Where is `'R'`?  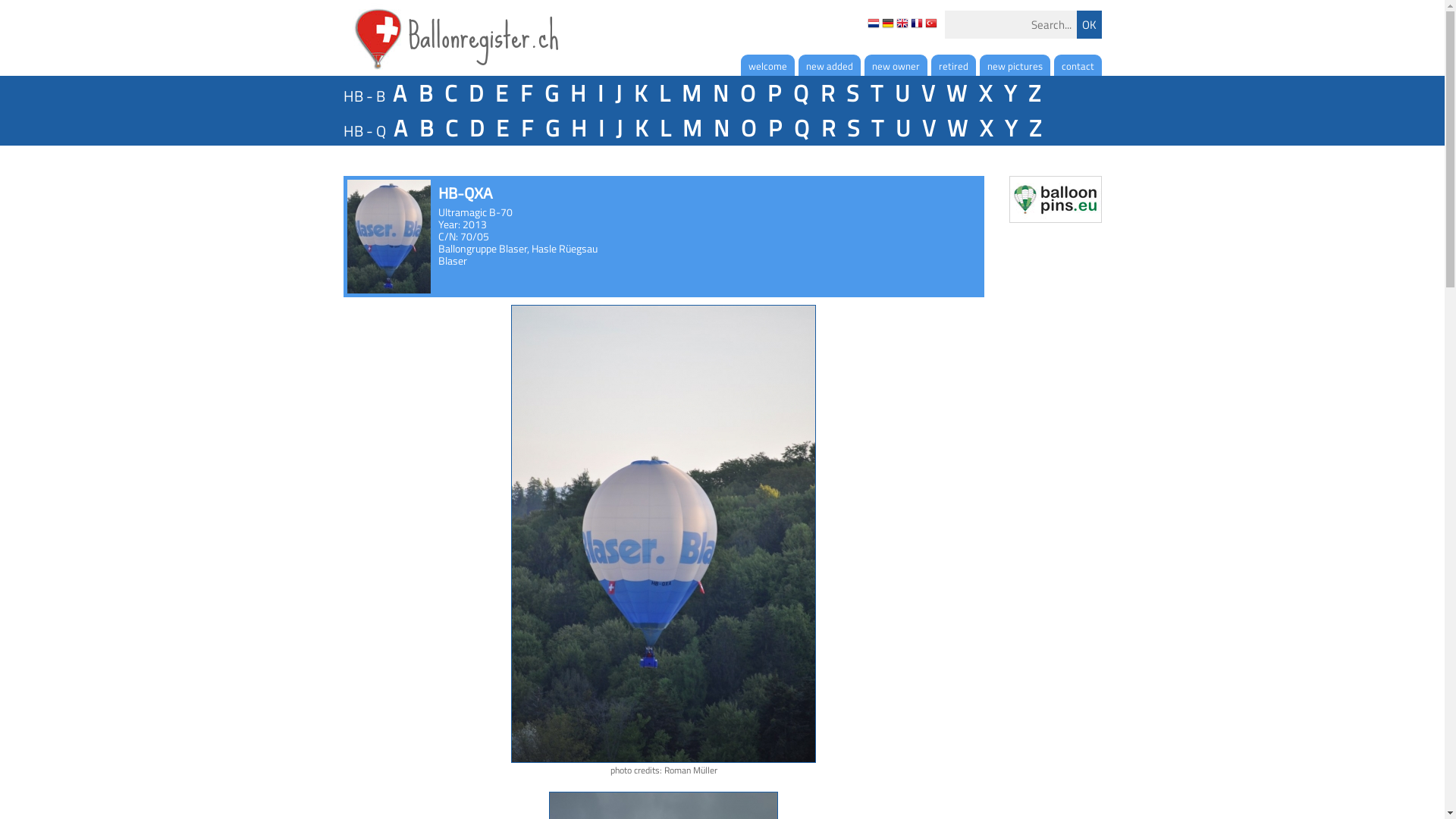
'R' is located at coordinates (826, 93).